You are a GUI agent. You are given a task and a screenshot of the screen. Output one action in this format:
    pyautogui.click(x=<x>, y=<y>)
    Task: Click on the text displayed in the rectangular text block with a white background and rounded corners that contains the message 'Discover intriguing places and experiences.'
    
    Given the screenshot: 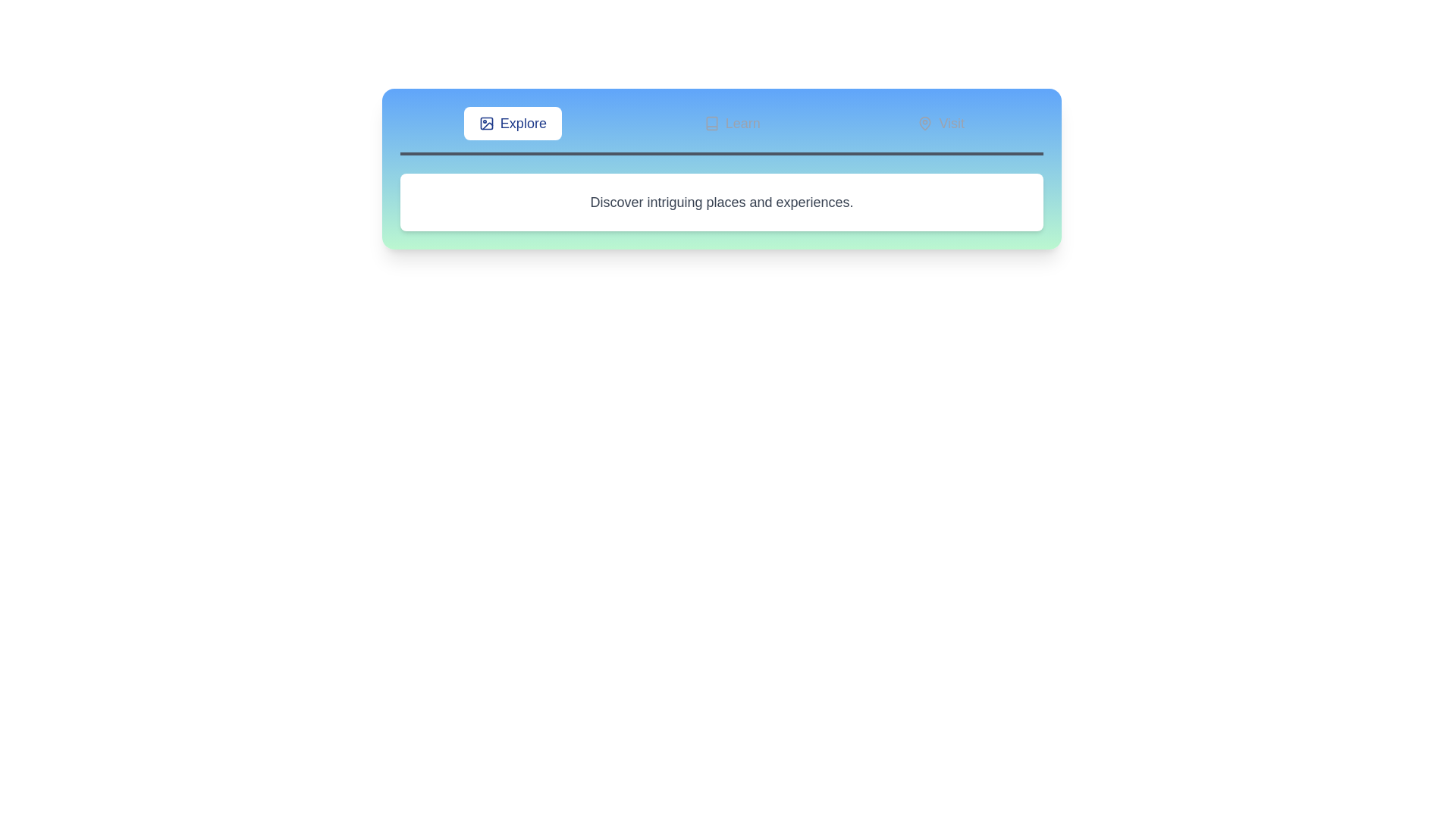 What is the action you would take?
    pyautogui.click(x=720, y=201)
    